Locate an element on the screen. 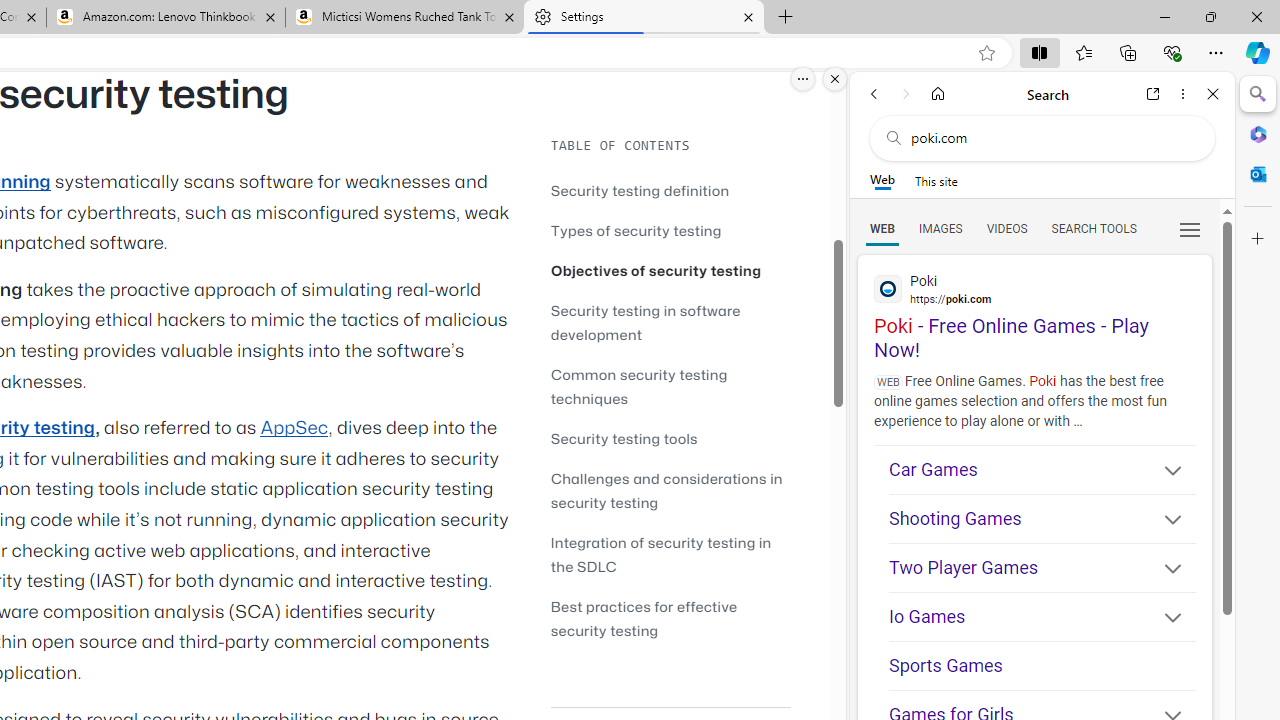  'Global web icon' is located at coordinates (887, 288).